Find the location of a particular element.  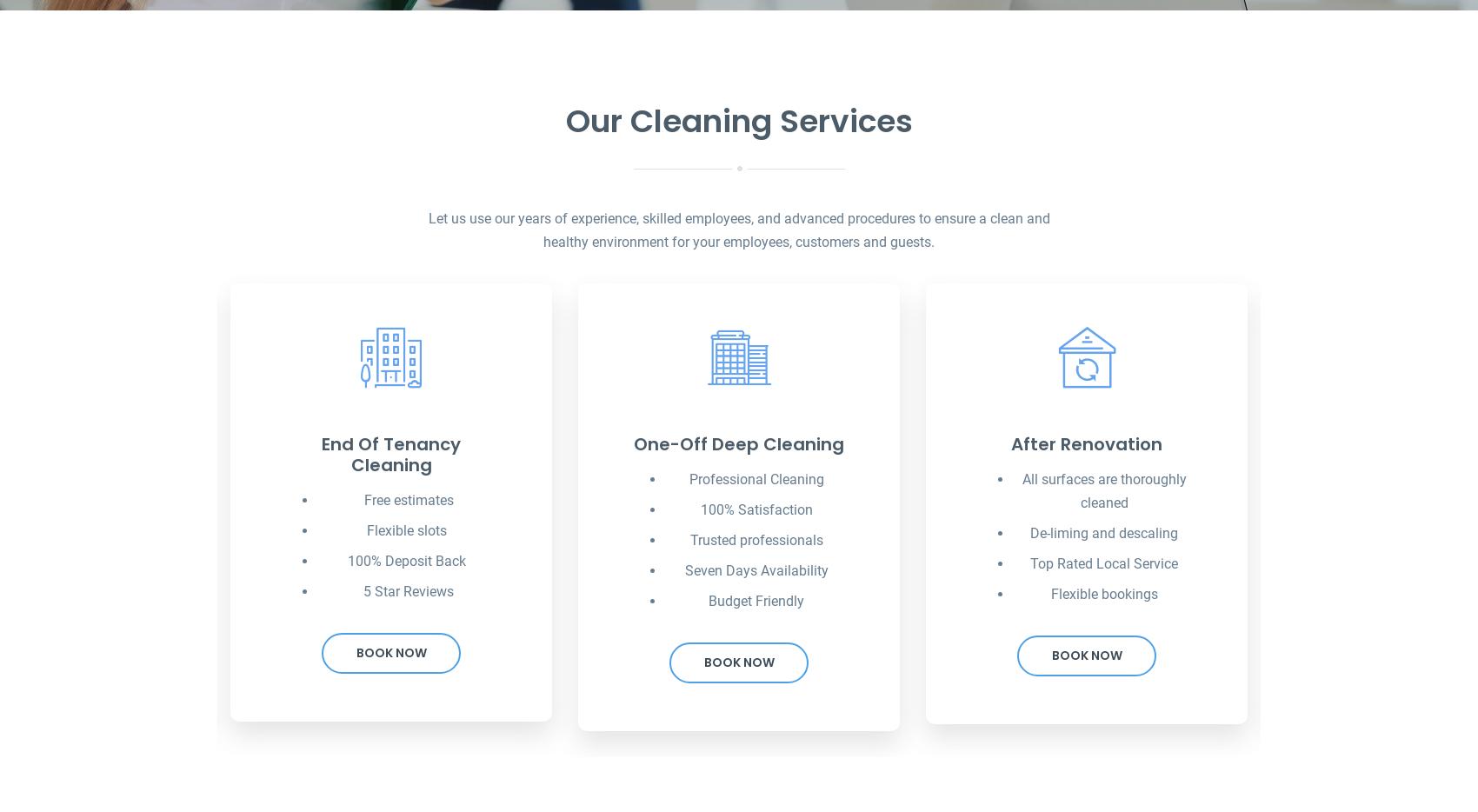

'Our Cleaning Services' is located at coordinates (737, 120).